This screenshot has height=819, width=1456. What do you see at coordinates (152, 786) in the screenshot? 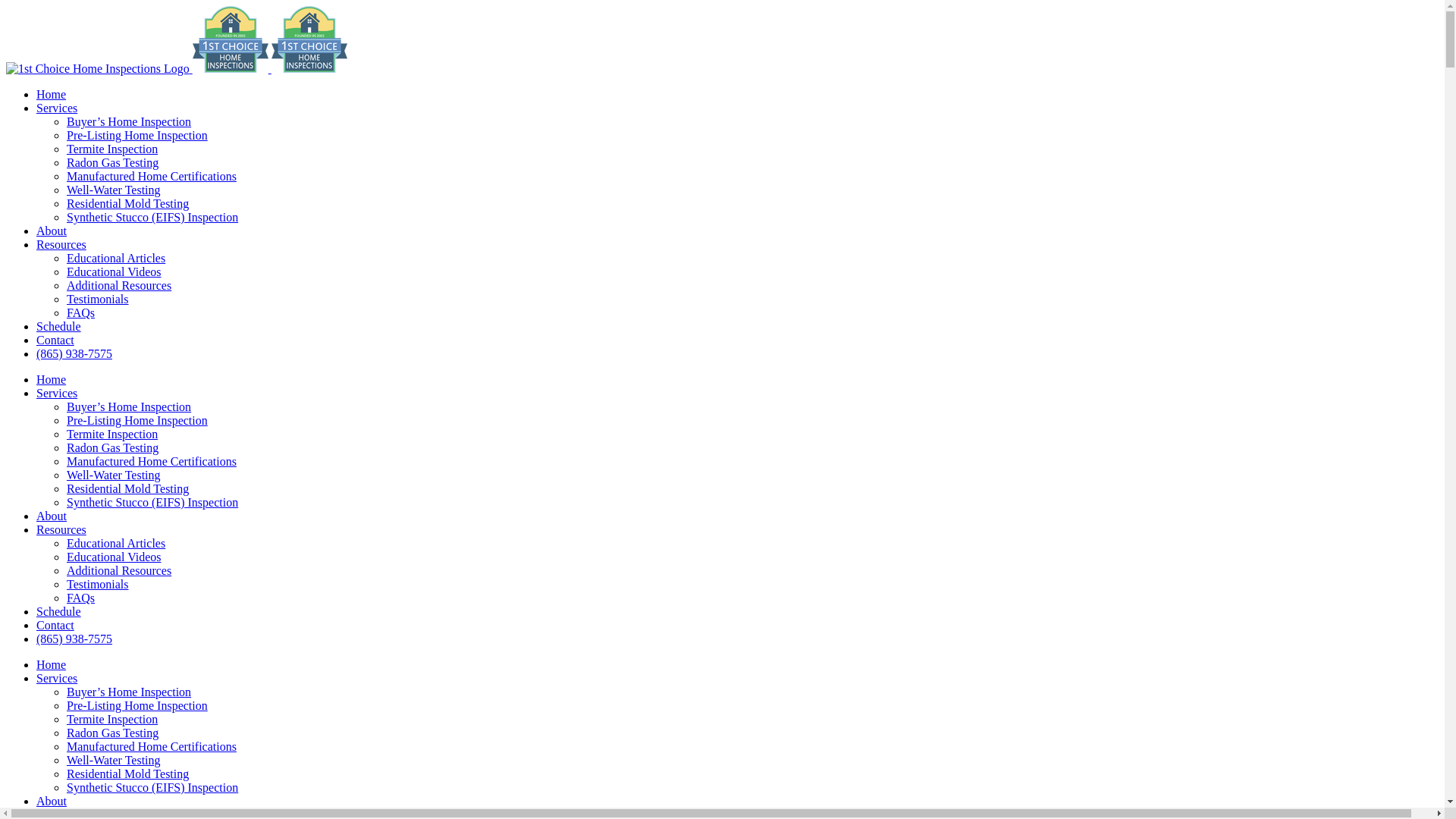
I see `'Synthetic Stucco (EIFS) Inspection'` at bounding box center [152, 786].